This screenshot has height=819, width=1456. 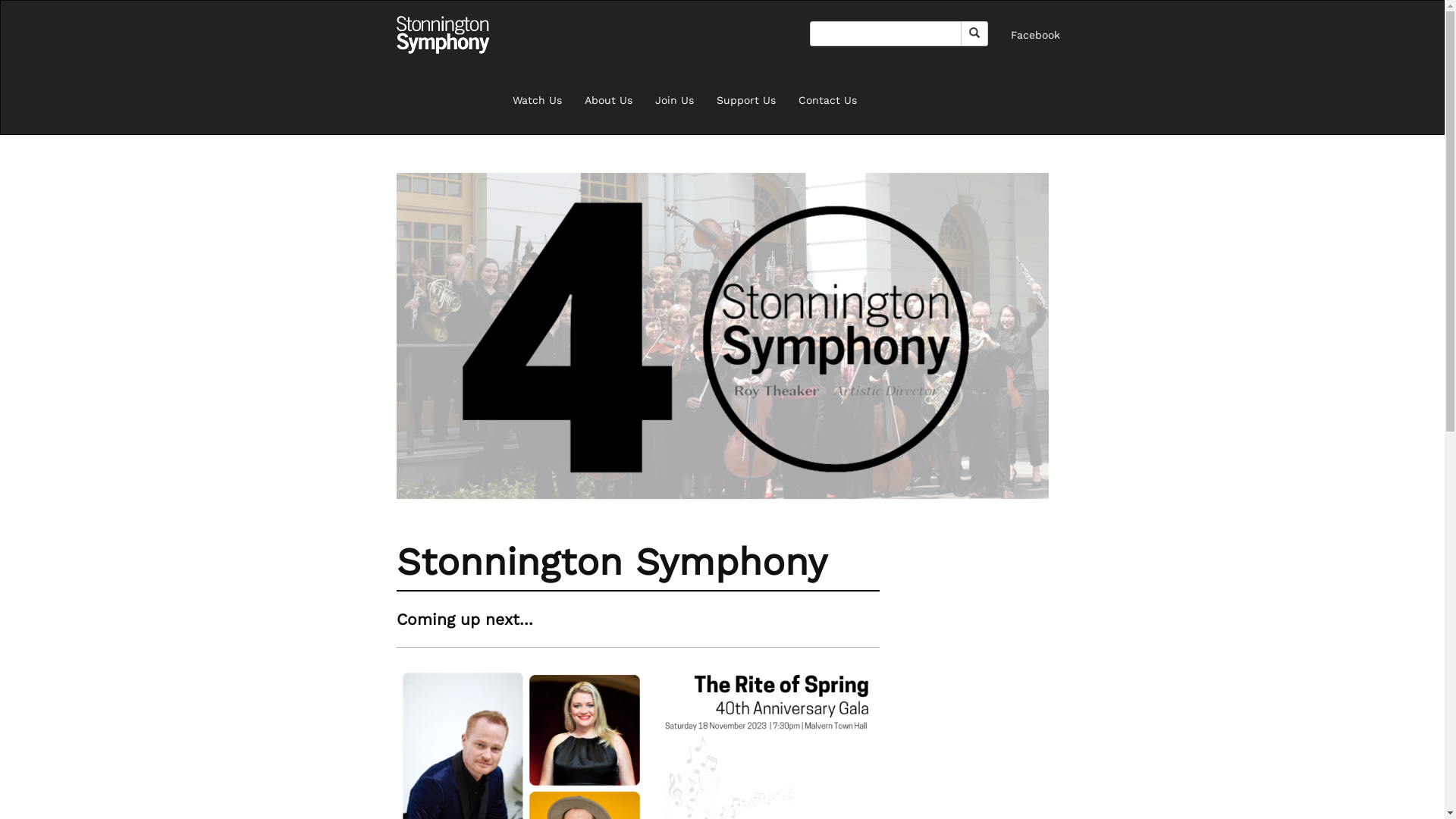 I want to click on 'Stonnington Symphony', so click(x=396, y=34).